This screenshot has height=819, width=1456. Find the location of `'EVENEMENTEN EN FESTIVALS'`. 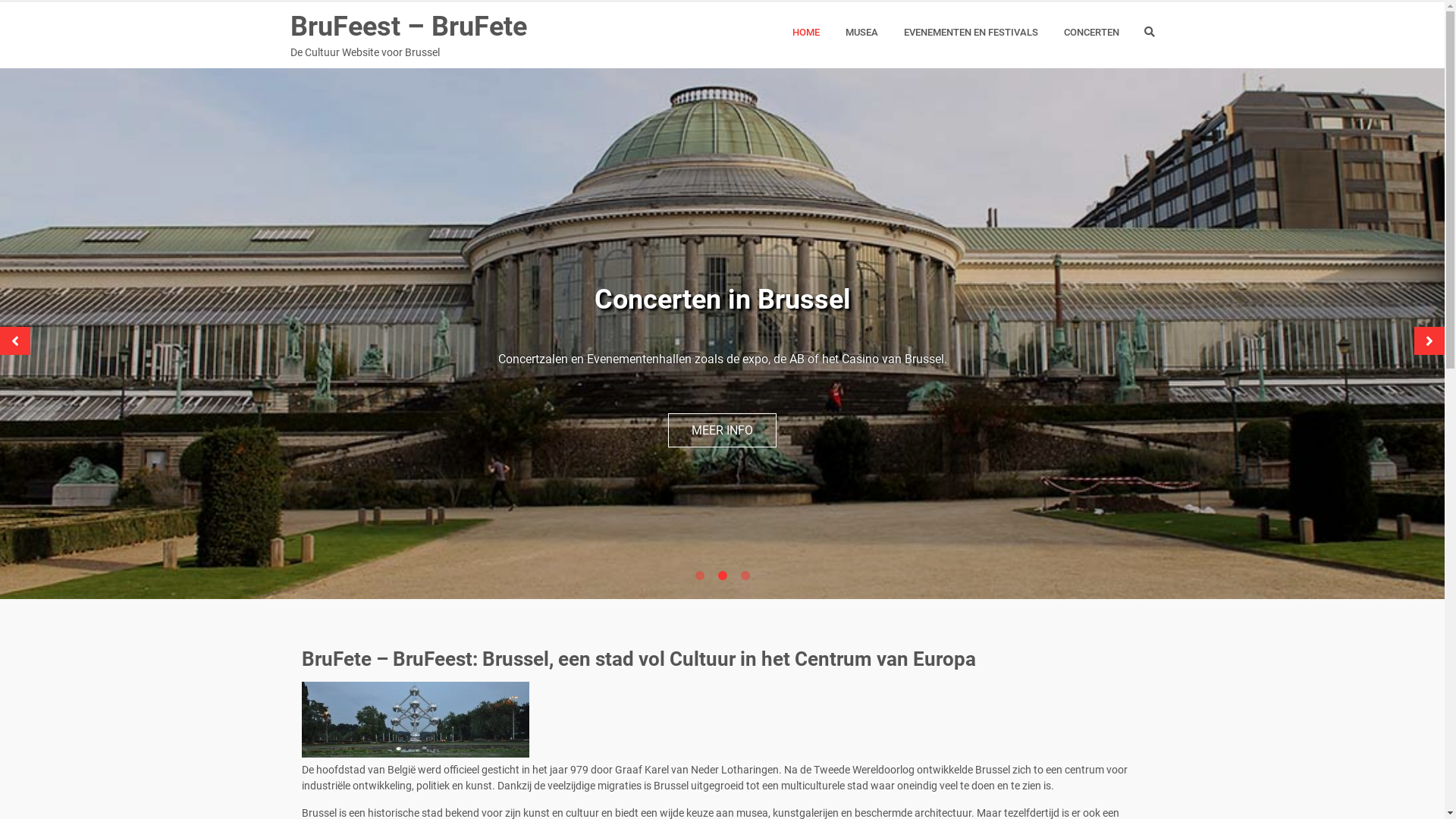

'EVENEMENTEN EN FESTIVALS' is located at coordinates (895, 32).